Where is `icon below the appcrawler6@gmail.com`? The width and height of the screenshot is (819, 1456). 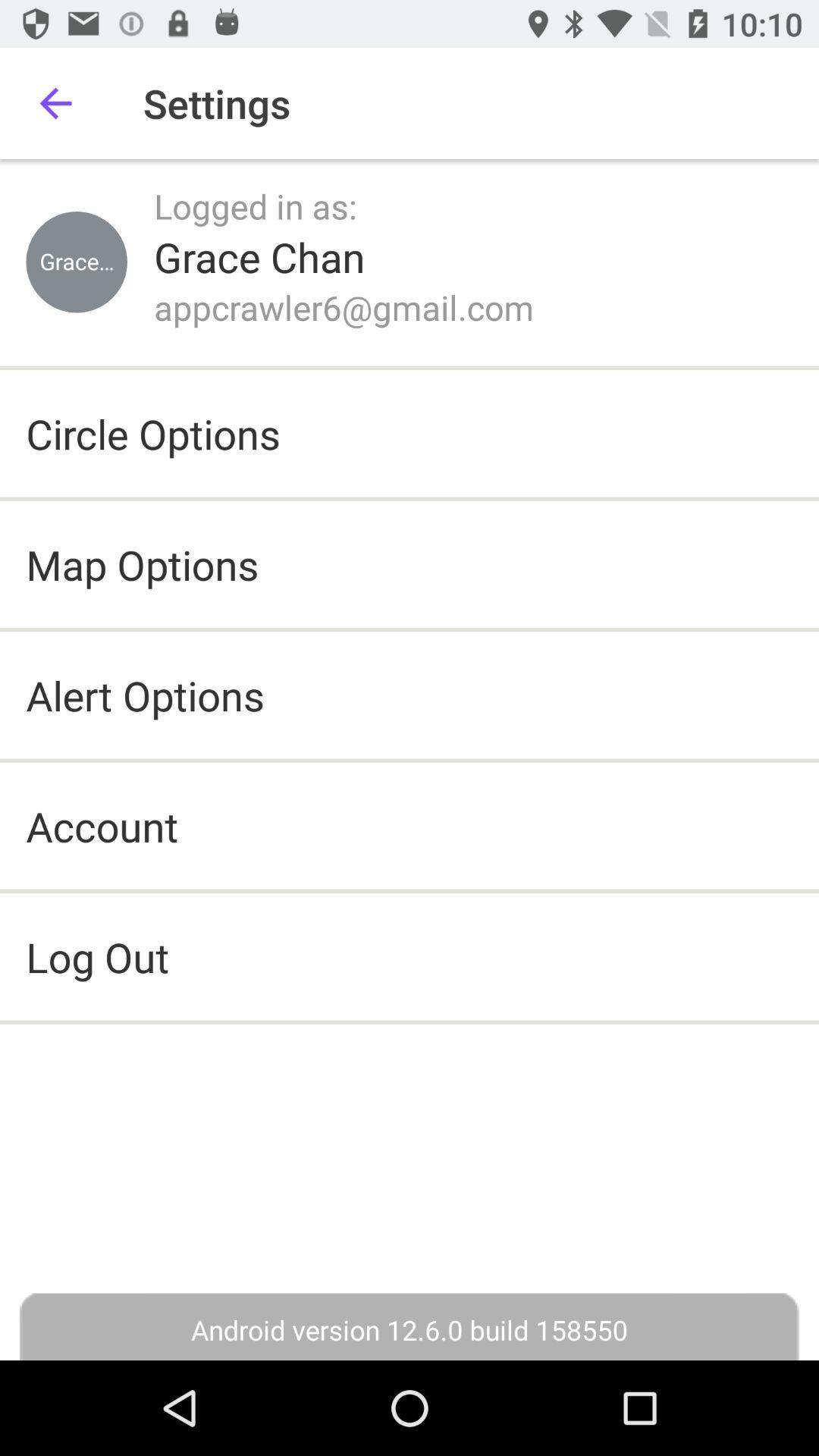
icon below the appcrawler6@gmail.com is located at coordinates (153, 432).